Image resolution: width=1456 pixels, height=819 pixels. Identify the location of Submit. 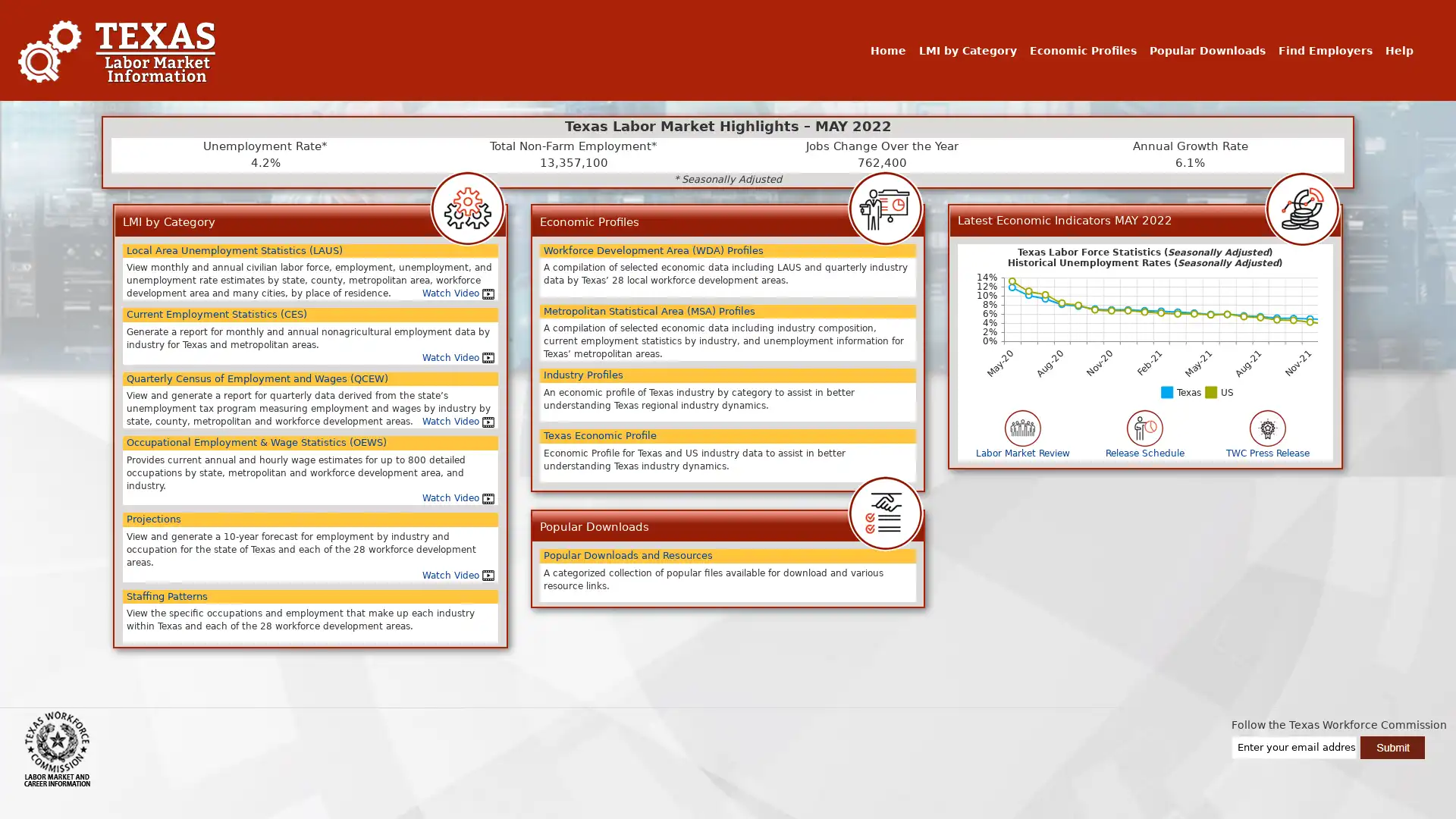
(1392, 745).